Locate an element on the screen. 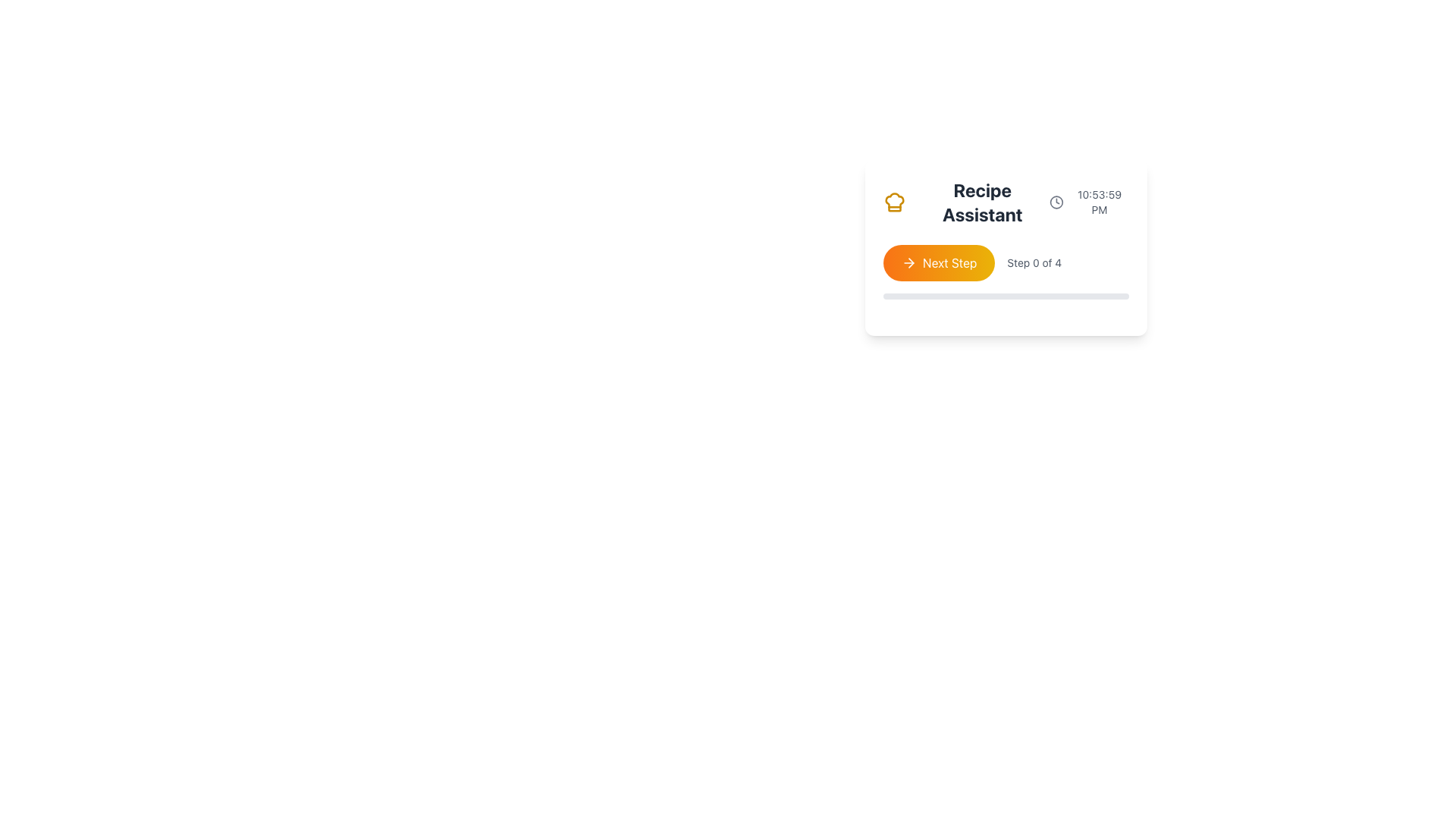 The height and width of the screenshot is (819, 1456). the current time displayed in the top-right corner, adjacent to the 'Recipe Assistant' text and clock icon is located at coordinates (1088, 201).